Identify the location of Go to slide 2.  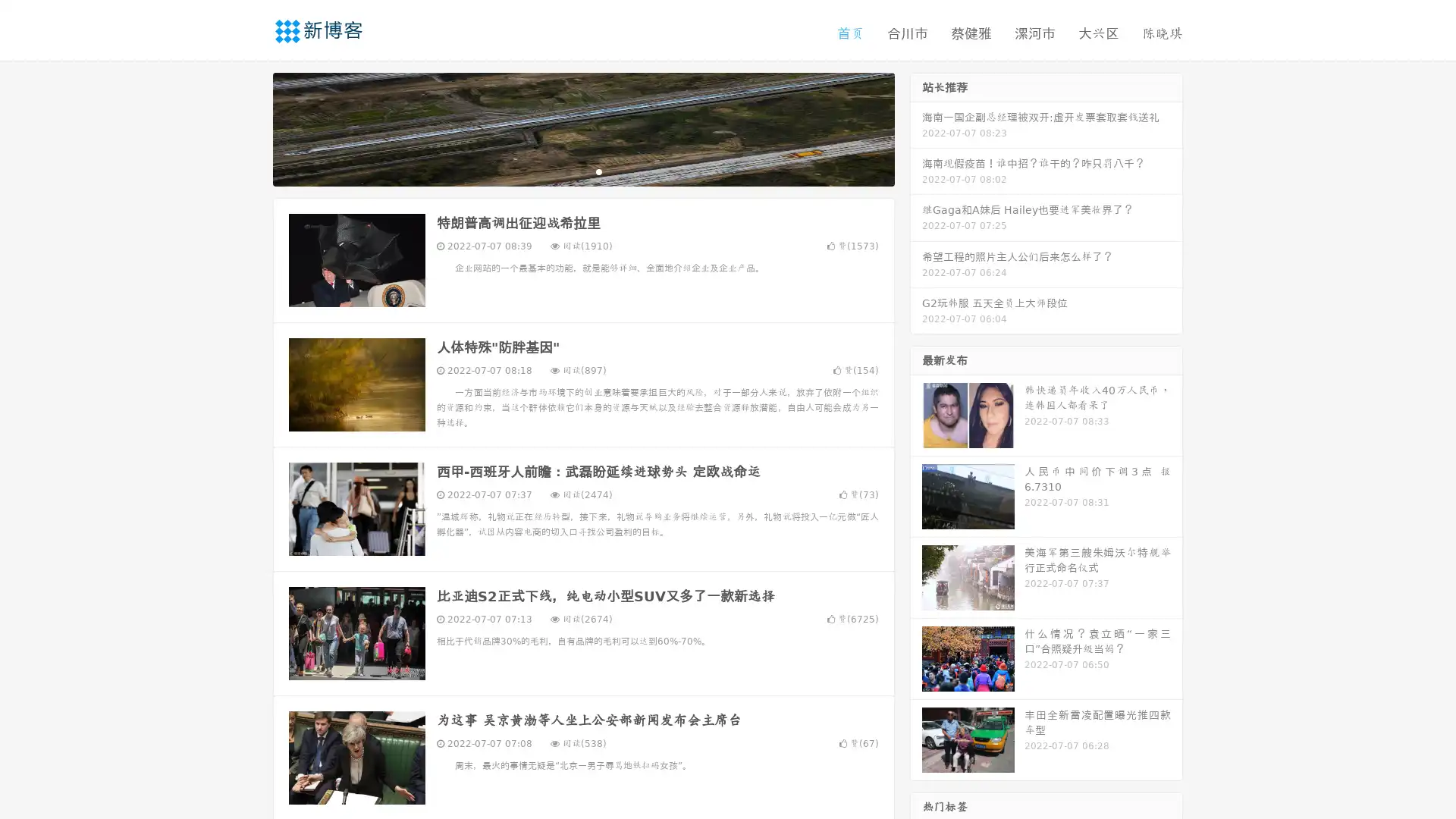
(582, 171).